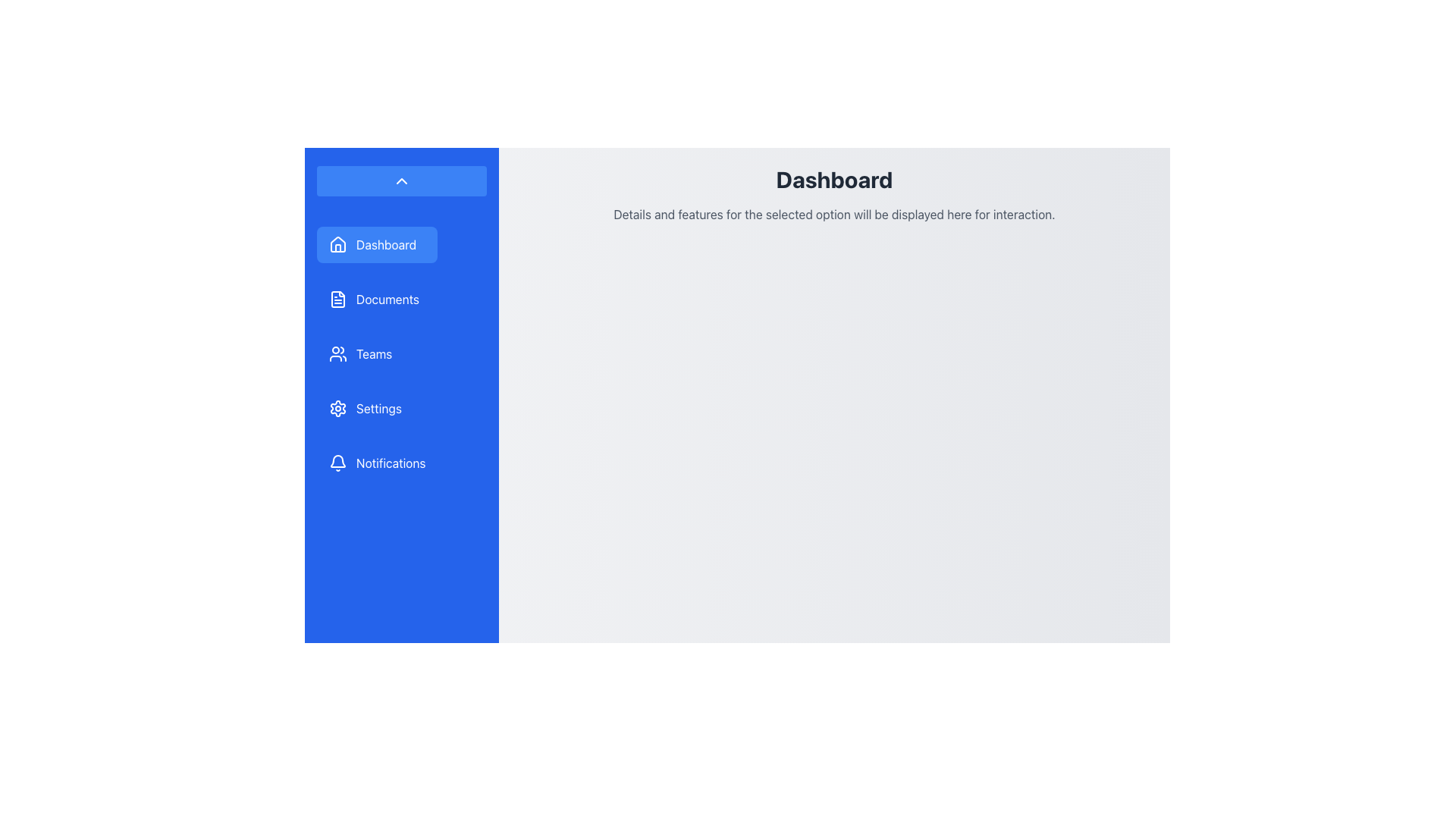 The image size is (1456, 819). Describe the element at coordinates (337, 299) in the screenshot. I see `the 'Documents' icon in the vertical navigation panel, which resembles a document or file with text lines and a folded corner` at that location.